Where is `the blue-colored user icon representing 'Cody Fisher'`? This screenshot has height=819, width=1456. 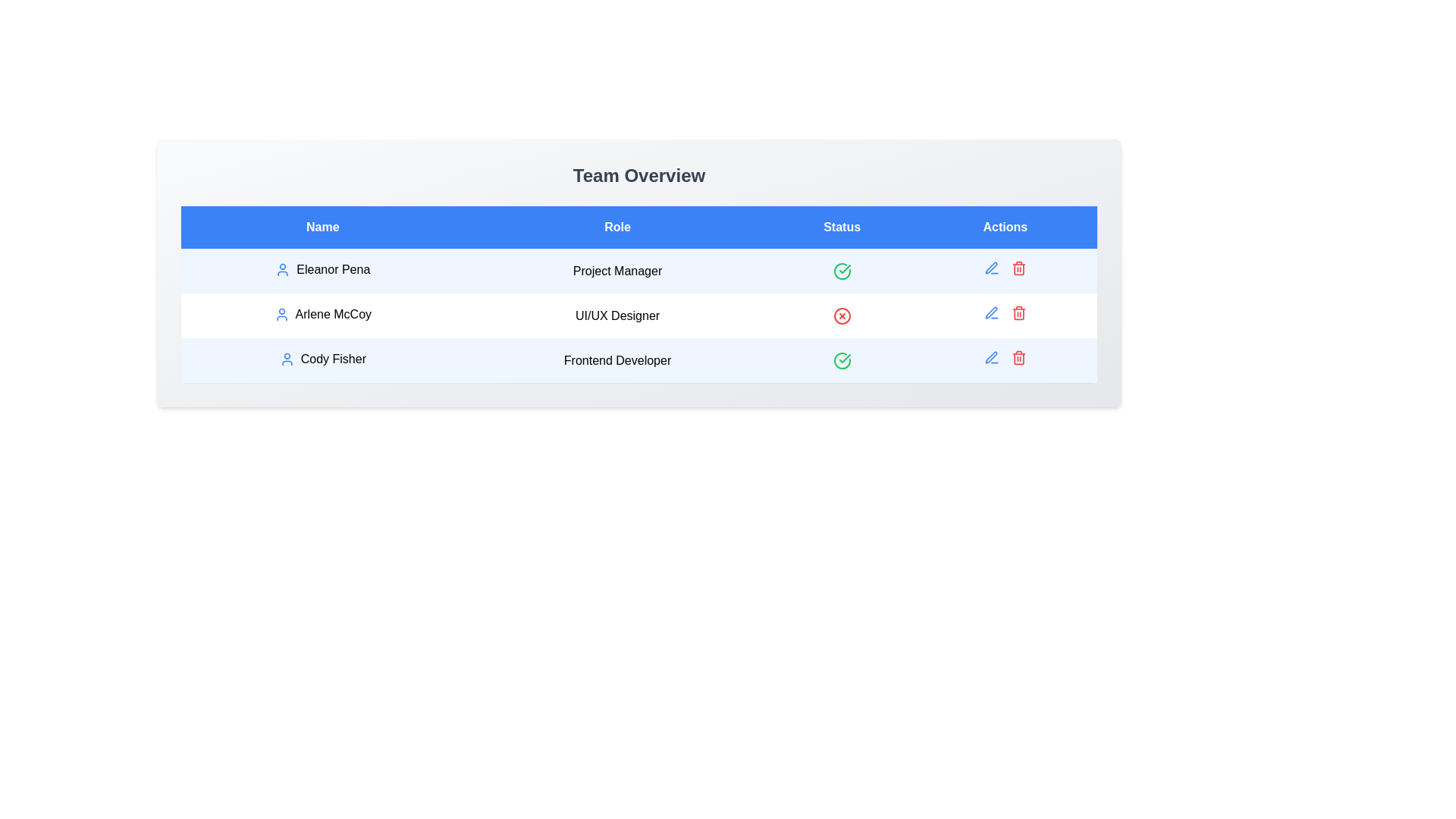
the blue-colored user icon representing 'Cody Fisher' is located at coordinates (287, 359).